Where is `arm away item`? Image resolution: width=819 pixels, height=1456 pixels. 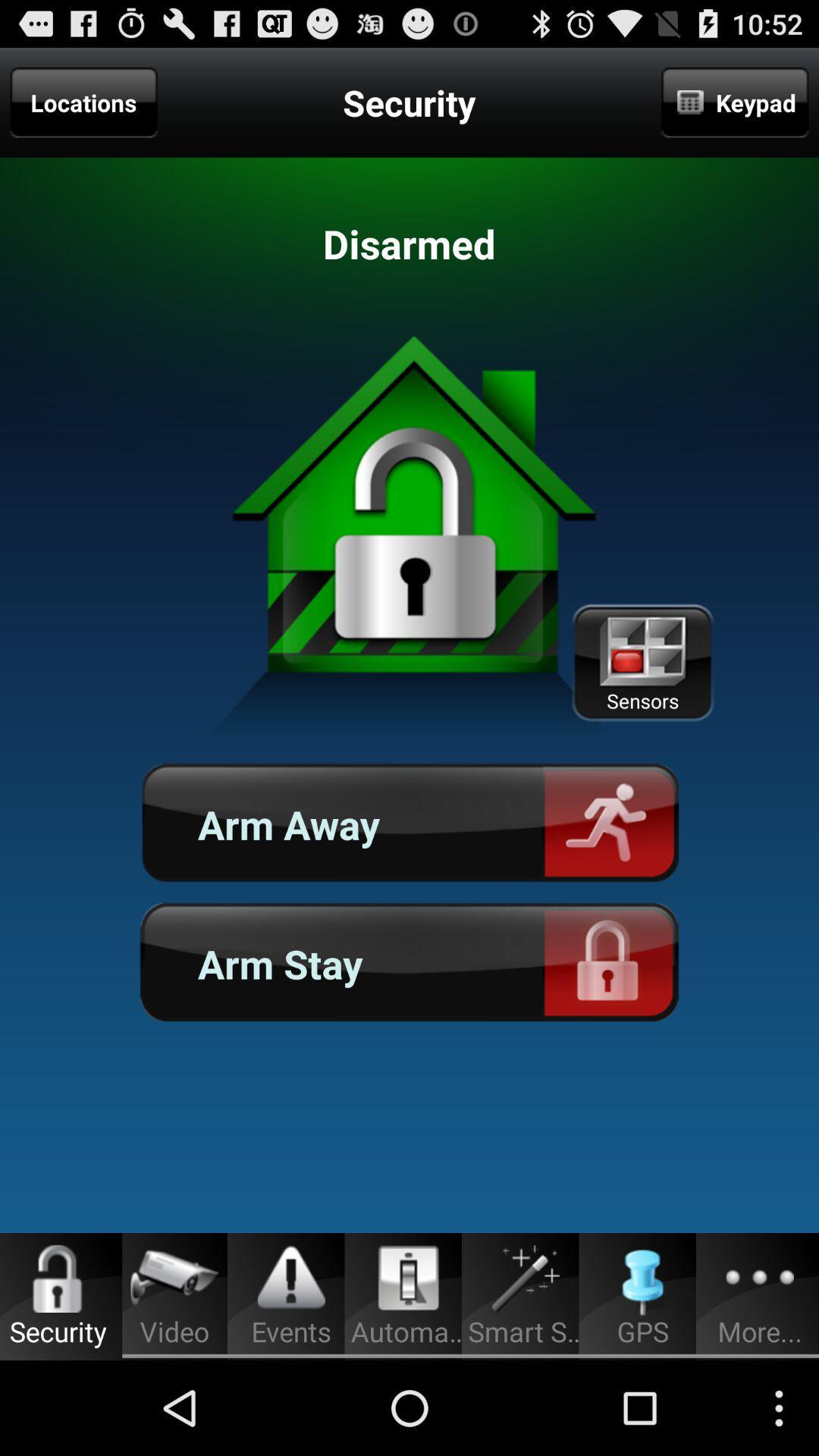
arm away item is located at coordinates (409, 824).